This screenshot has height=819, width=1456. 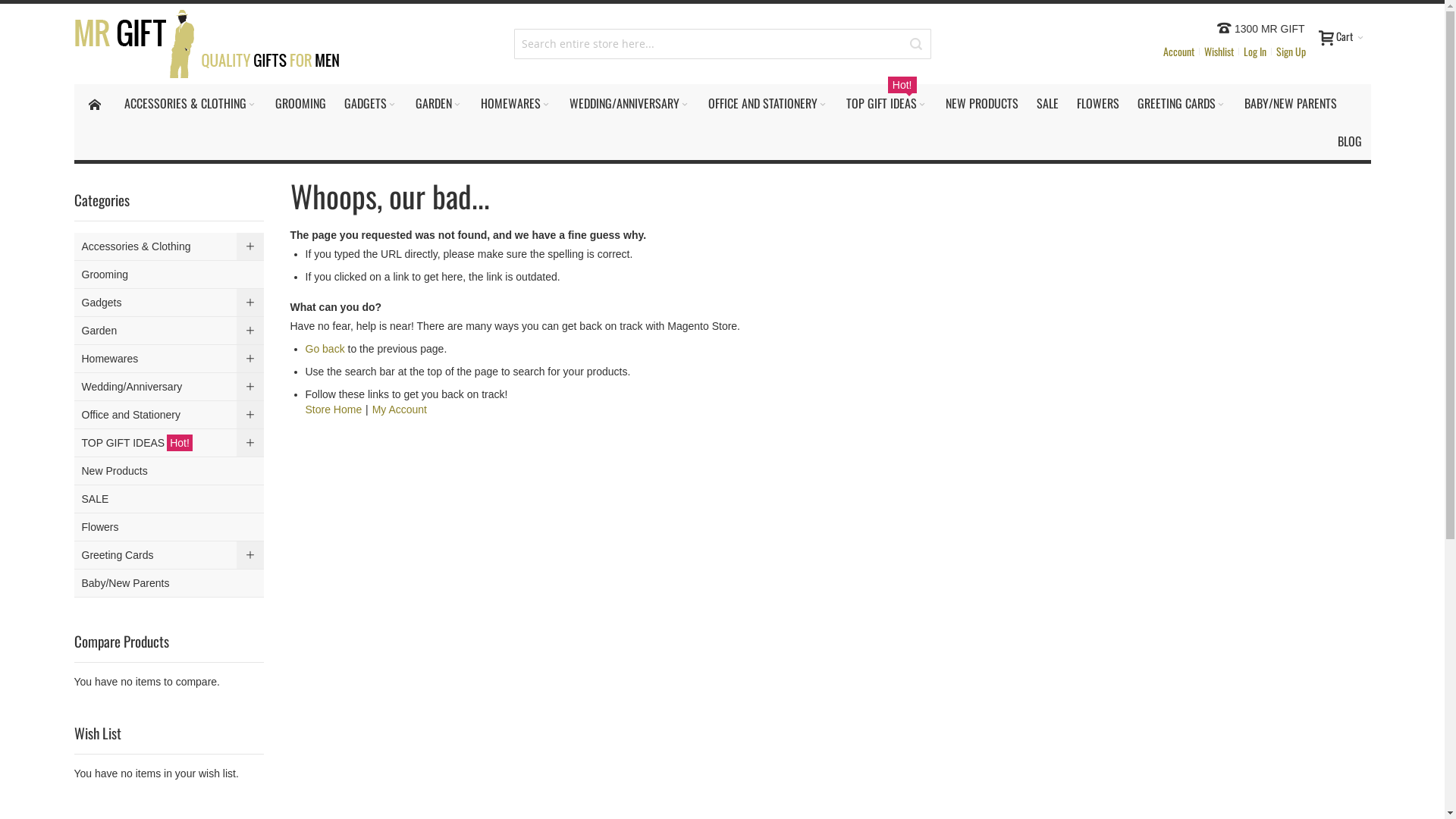 What do you see at coordinates (169, 582) in the screenshot?
I see `'Baby/New Parents'` at bounding box center [169, 582].